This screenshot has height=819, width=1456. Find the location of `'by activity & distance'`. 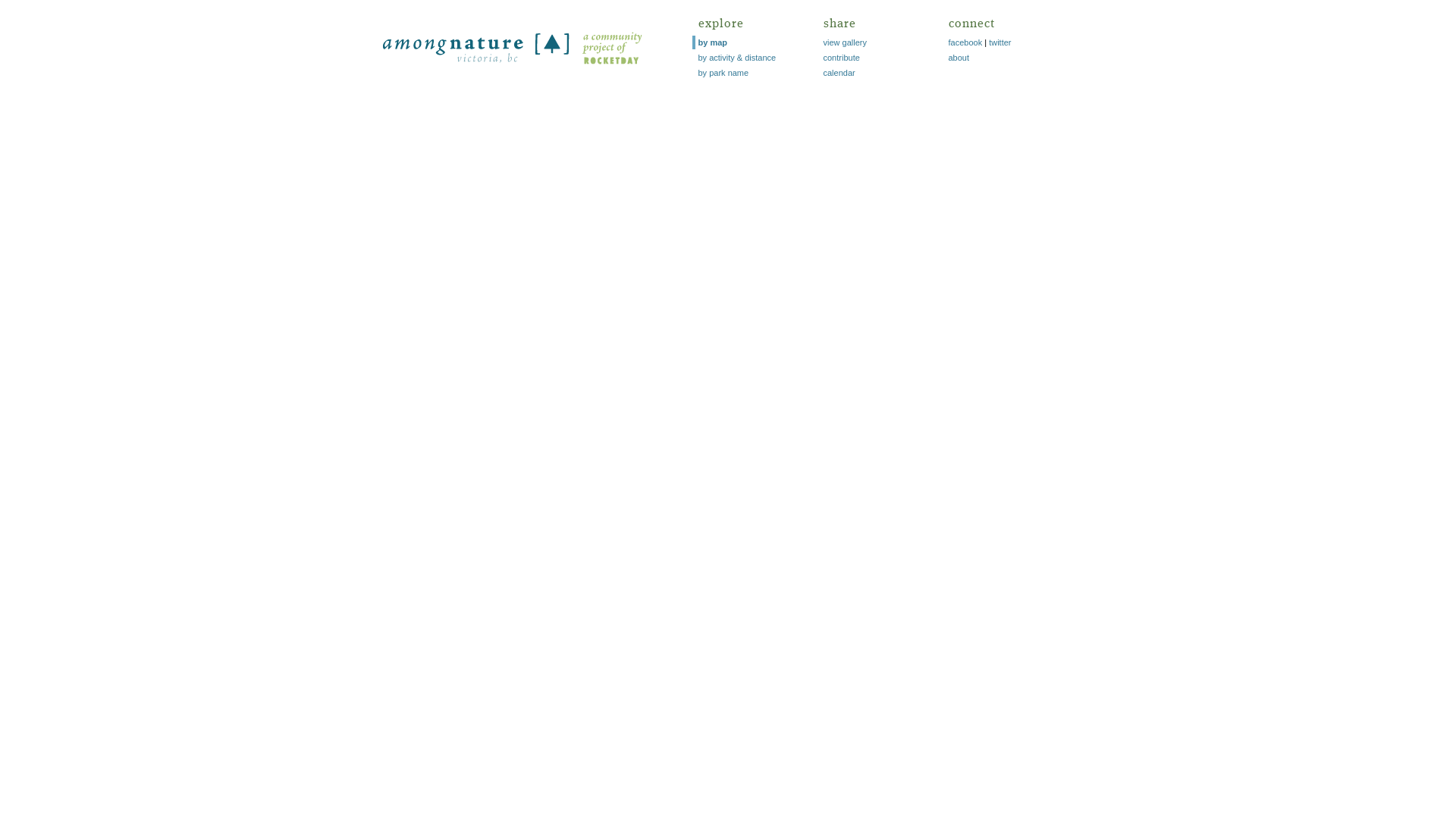

'by activity & distance' is located at coordinates (736, 57).